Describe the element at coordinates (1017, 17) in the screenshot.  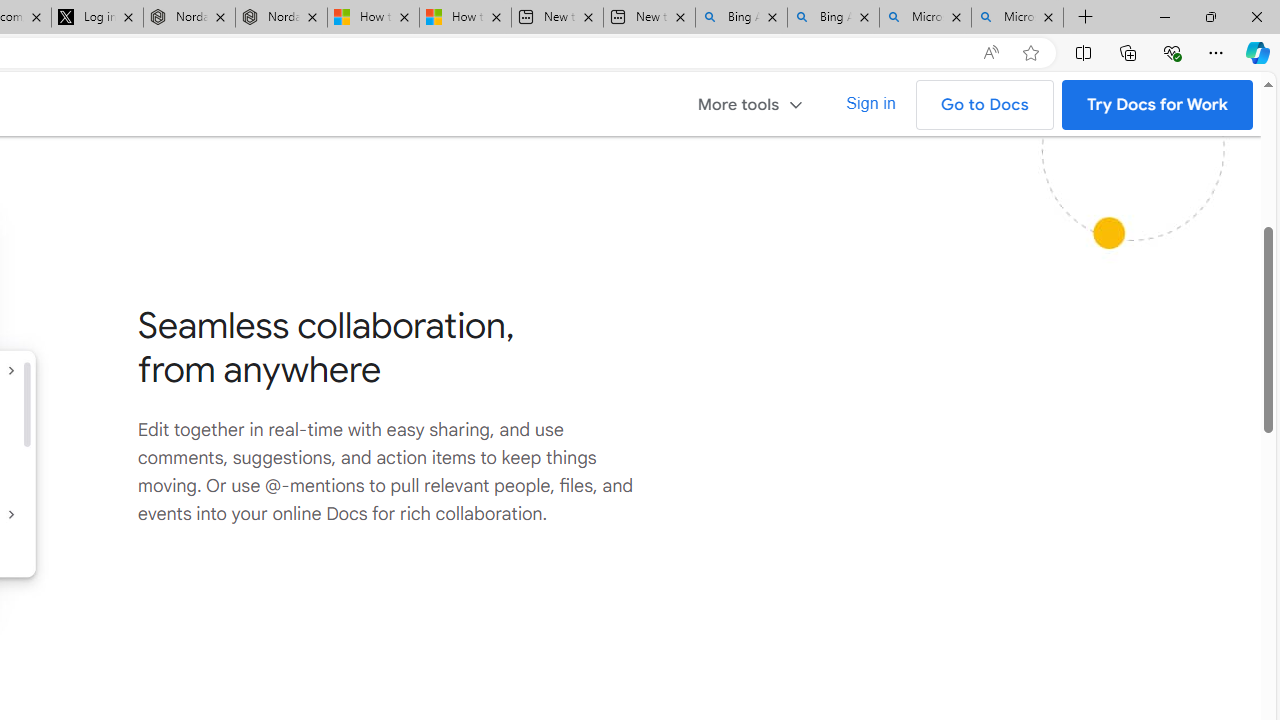
I see `'Microsoft Bing Timeline - Search'` at that location.